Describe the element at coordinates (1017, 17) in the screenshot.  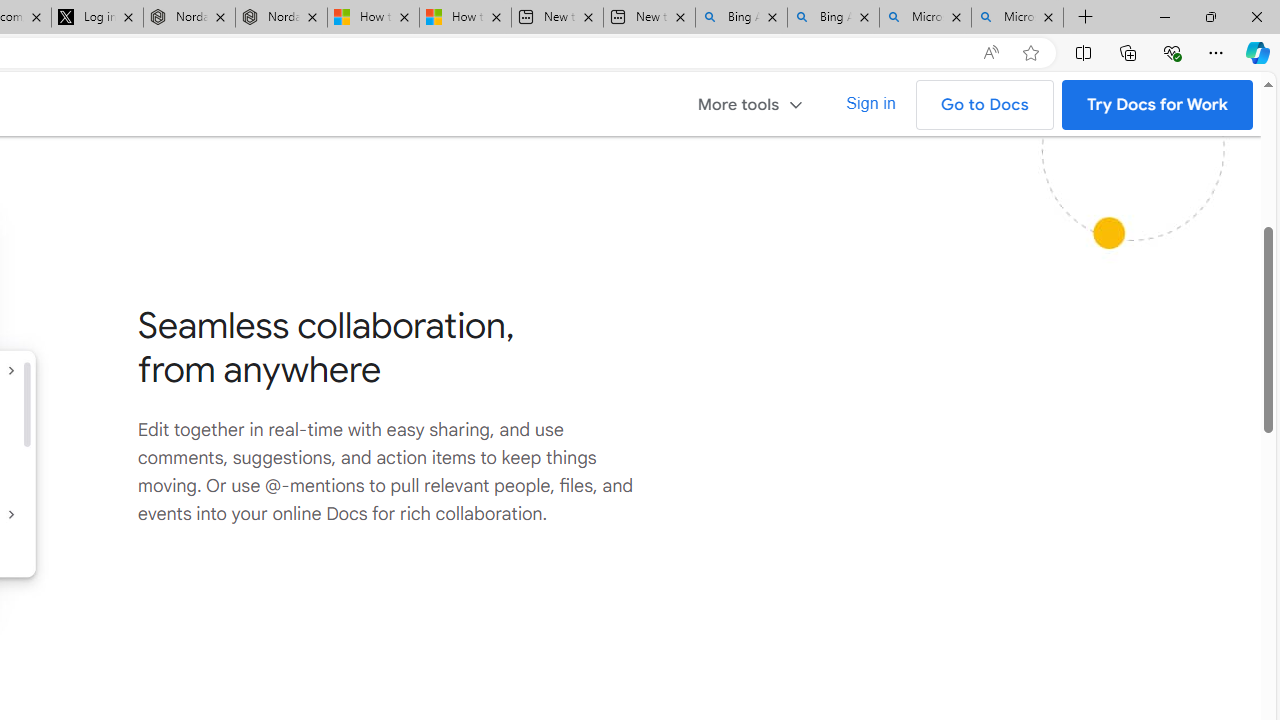
I see `'Microsoft Bing Timeline - Search'` at that location.